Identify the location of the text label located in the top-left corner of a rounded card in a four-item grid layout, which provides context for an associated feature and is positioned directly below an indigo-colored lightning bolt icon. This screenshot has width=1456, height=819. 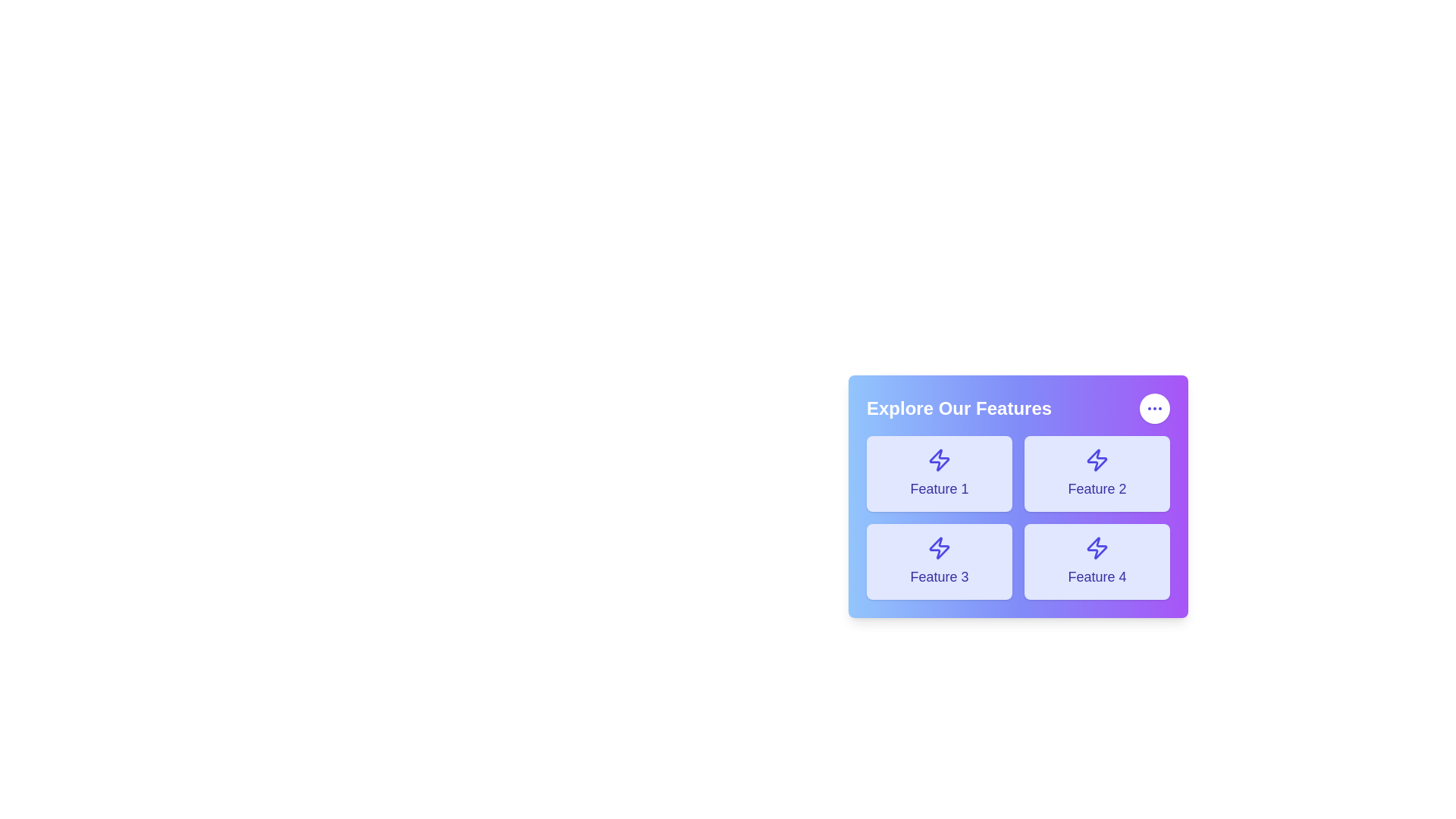
(938, 488).